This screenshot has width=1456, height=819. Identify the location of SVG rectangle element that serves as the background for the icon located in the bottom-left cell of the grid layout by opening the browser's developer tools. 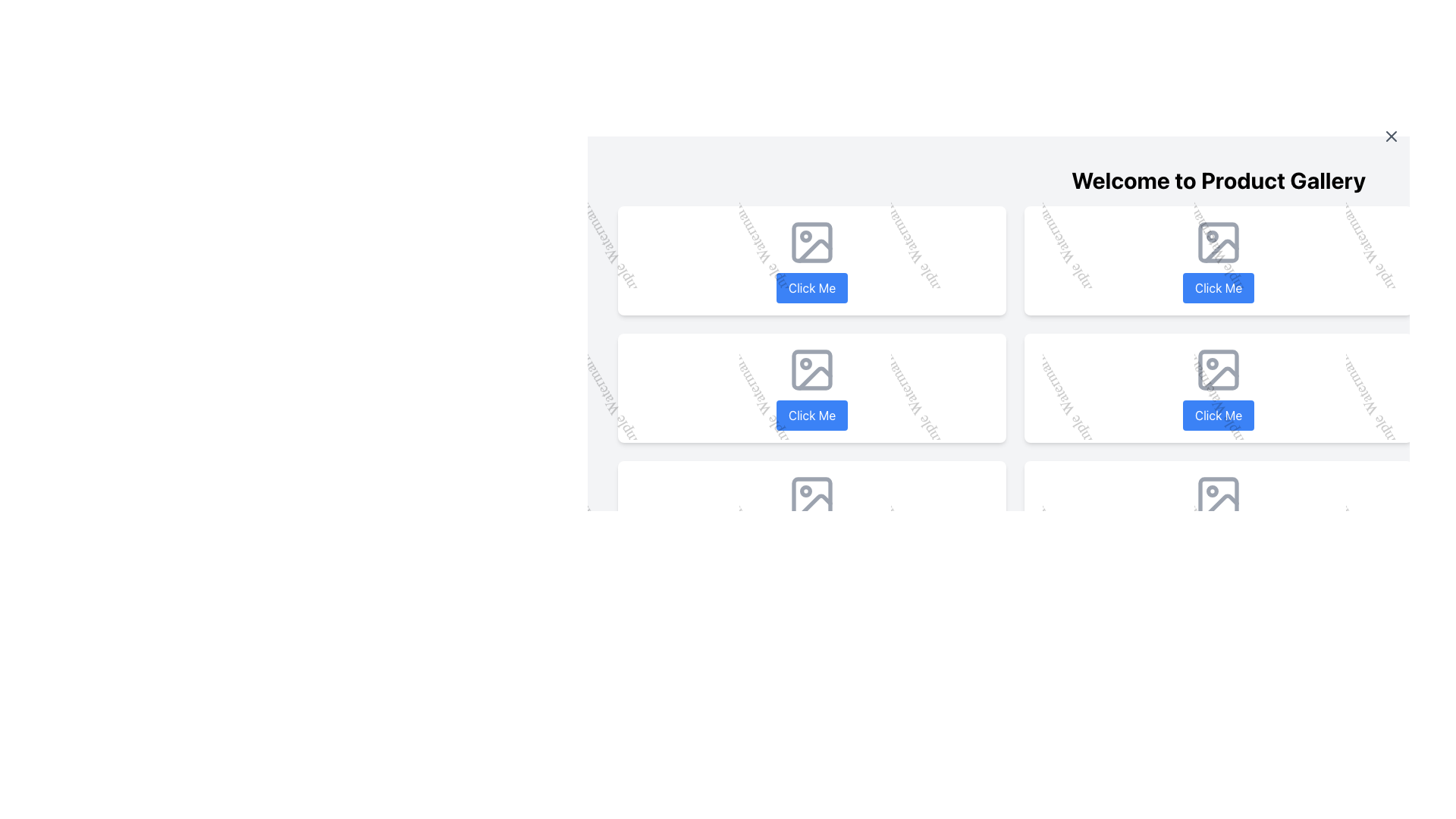
(811, 497).